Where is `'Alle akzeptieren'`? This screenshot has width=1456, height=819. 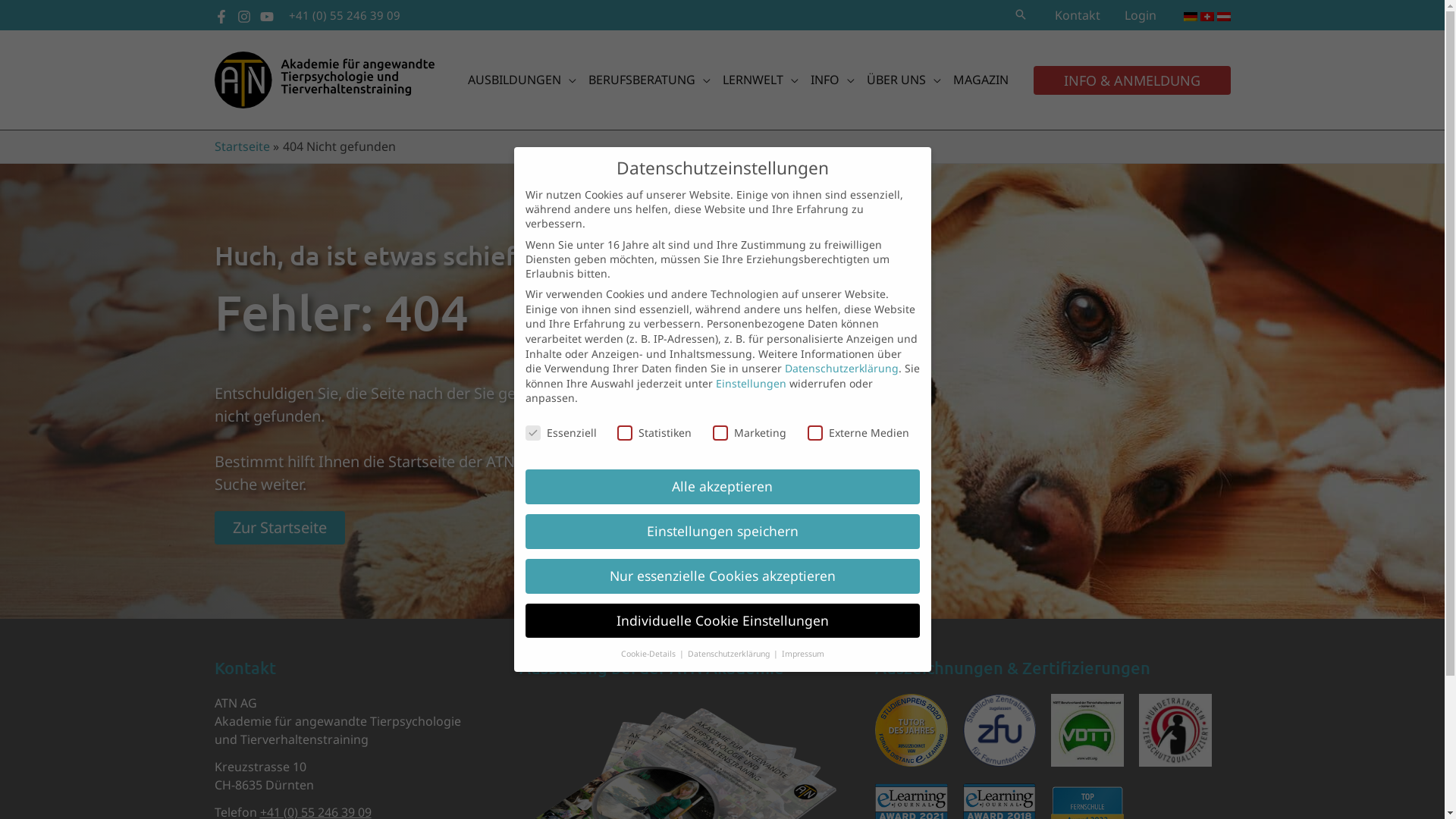
'Alle akzeptieren' is located at coordinates (720, 486).